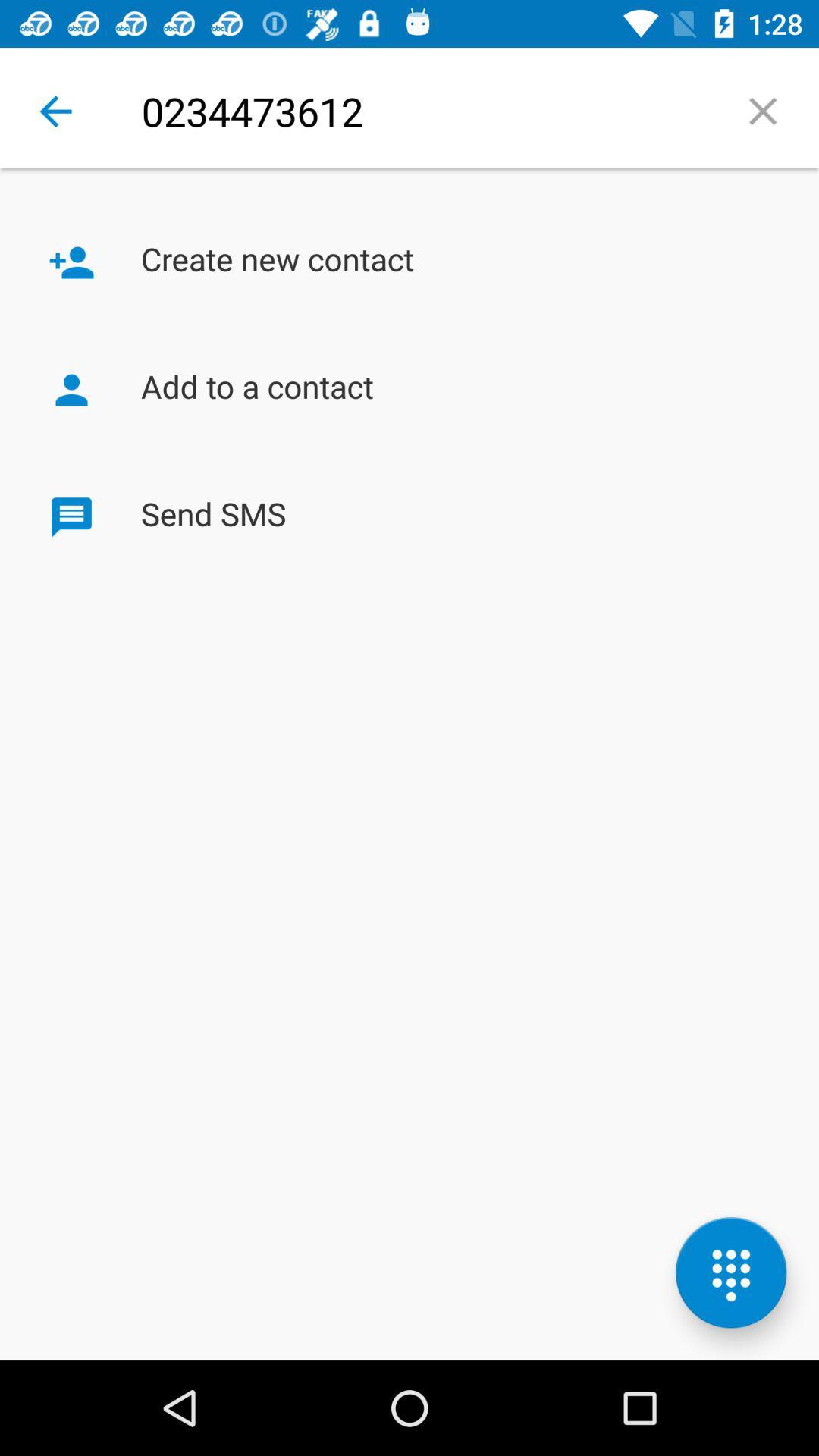 This screenshot has height=1456, width=819. What do you see at coordinates (71, 517) in the screenshot?
I see `message icon which is before send sms on page` at bounding box center [71, 517].